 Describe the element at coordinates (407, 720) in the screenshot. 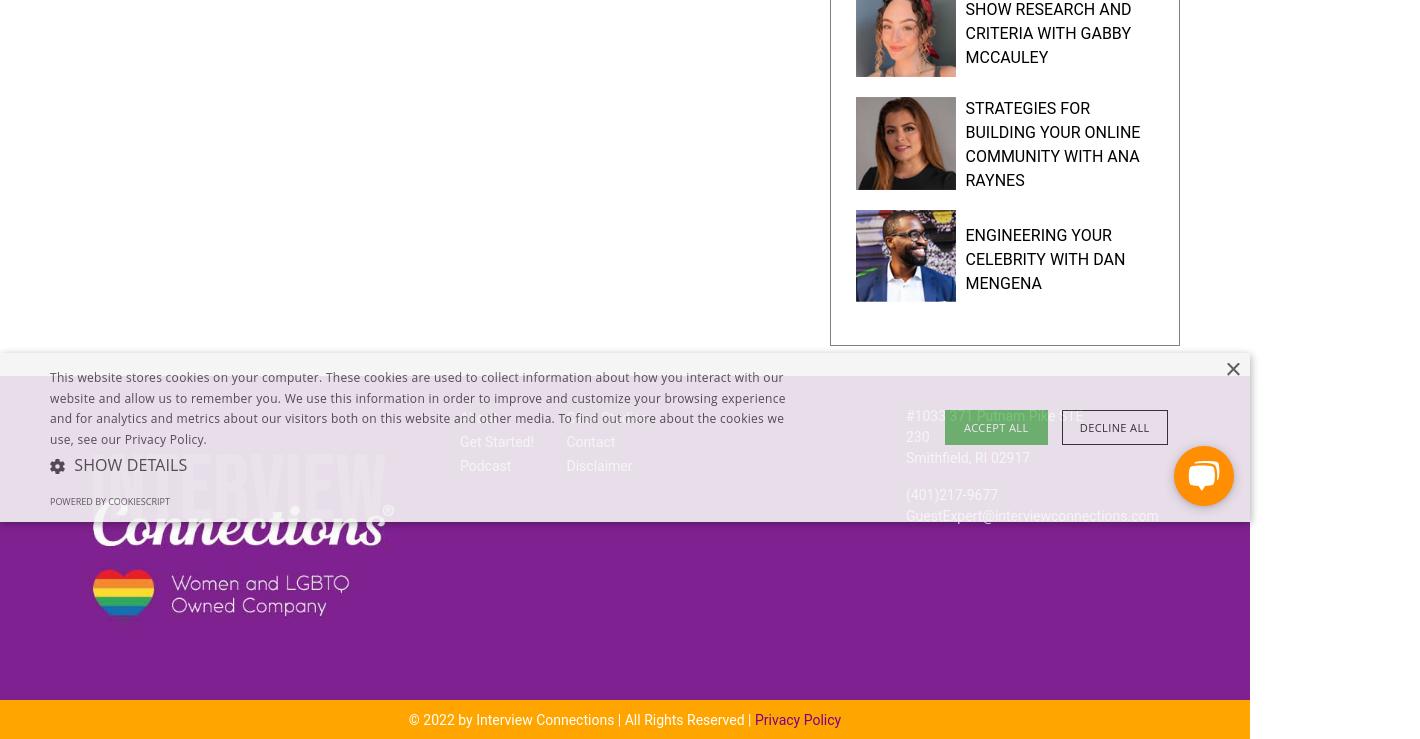

I see `'© 2022 by Interview Connections | All Rights Reserved |'` at that location.